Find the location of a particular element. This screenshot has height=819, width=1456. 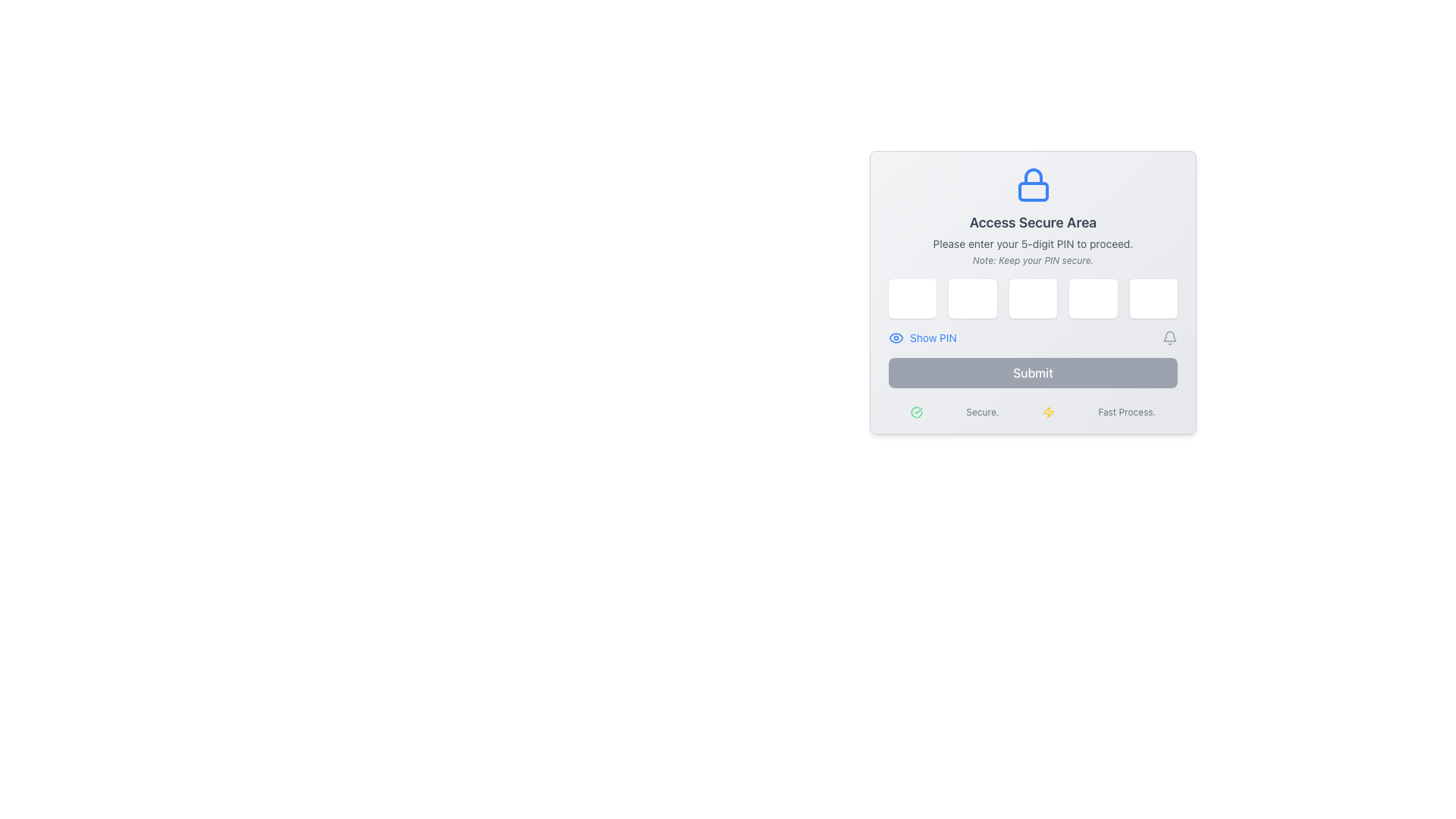

informational text block containing the heading 'Access Secure Area' and the instruction to enter a 5-digit PIN, located below the lock icon and above the PIN input fields is located at coordinates (1032, 216).